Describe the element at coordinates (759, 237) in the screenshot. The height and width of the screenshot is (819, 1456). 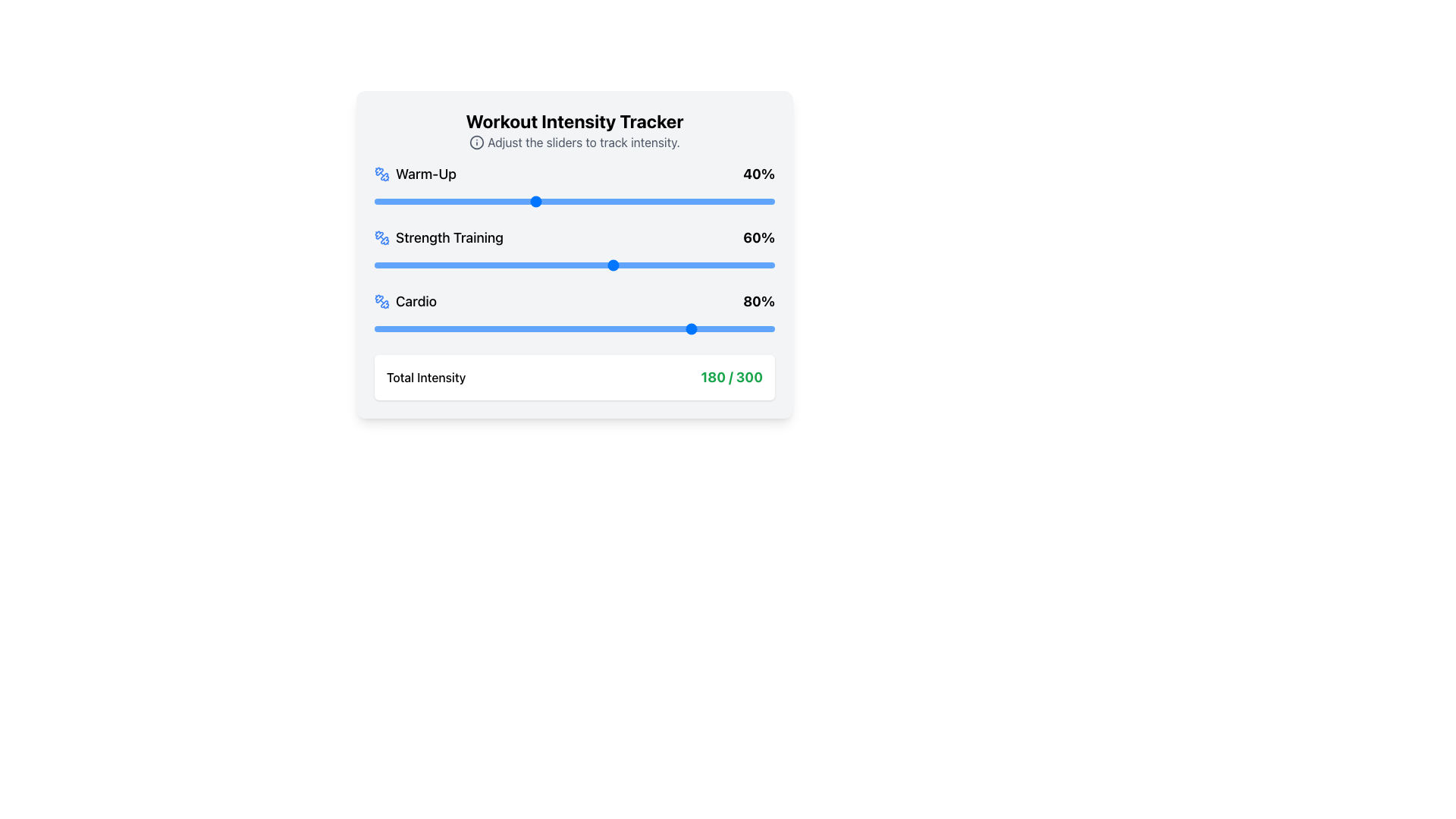
I see `displayed percentage '60%' from the bold text-based label located to the right of the 'Strength Training' slider` at that location.